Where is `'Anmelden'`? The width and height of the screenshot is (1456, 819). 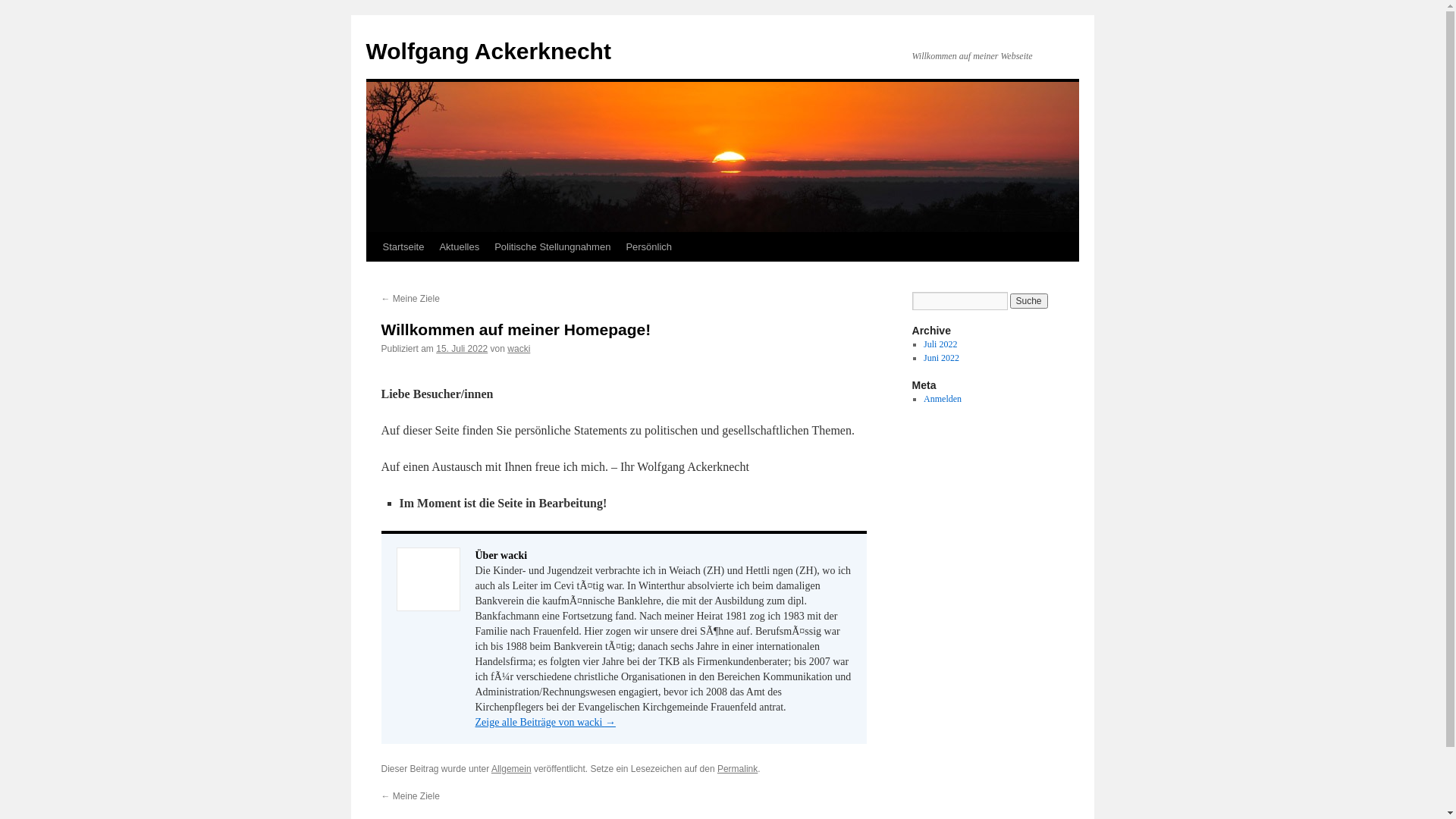 'Anmelden' is located at coordinates (942, 397).